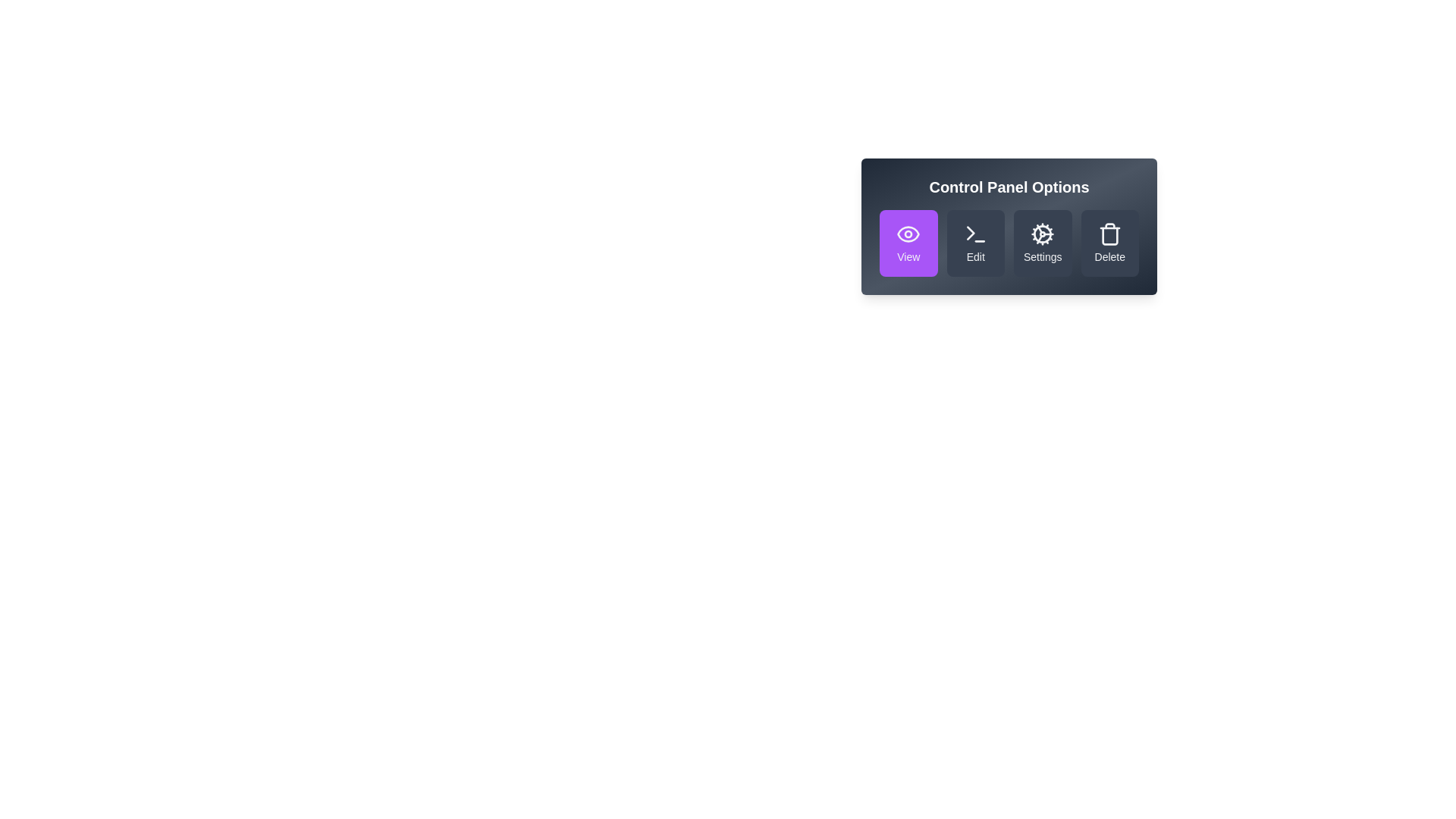  What do you see at coordinates (908, 234) in the screenshot?
I see `the 'View' icon element` at bounding box center [908, 234].